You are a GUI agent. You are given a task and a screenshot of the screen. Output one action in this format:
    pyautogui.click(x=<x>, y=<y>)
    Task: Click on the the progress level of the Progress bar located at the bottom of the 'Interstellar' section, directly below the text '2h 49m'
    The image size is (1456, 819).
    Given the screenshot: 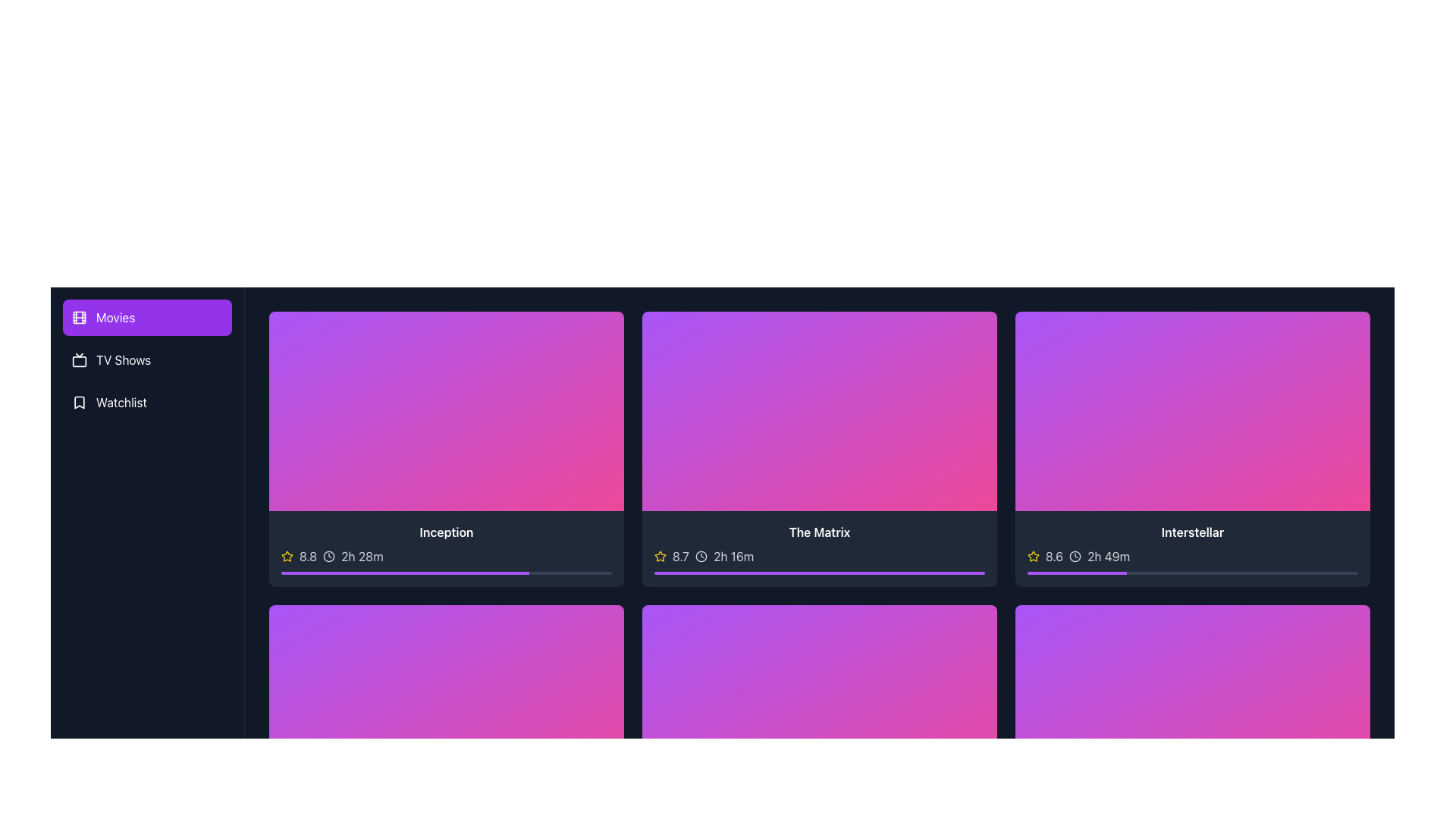 What is the action you would take?
    pyautogui.click(x=1192, y=573)
    